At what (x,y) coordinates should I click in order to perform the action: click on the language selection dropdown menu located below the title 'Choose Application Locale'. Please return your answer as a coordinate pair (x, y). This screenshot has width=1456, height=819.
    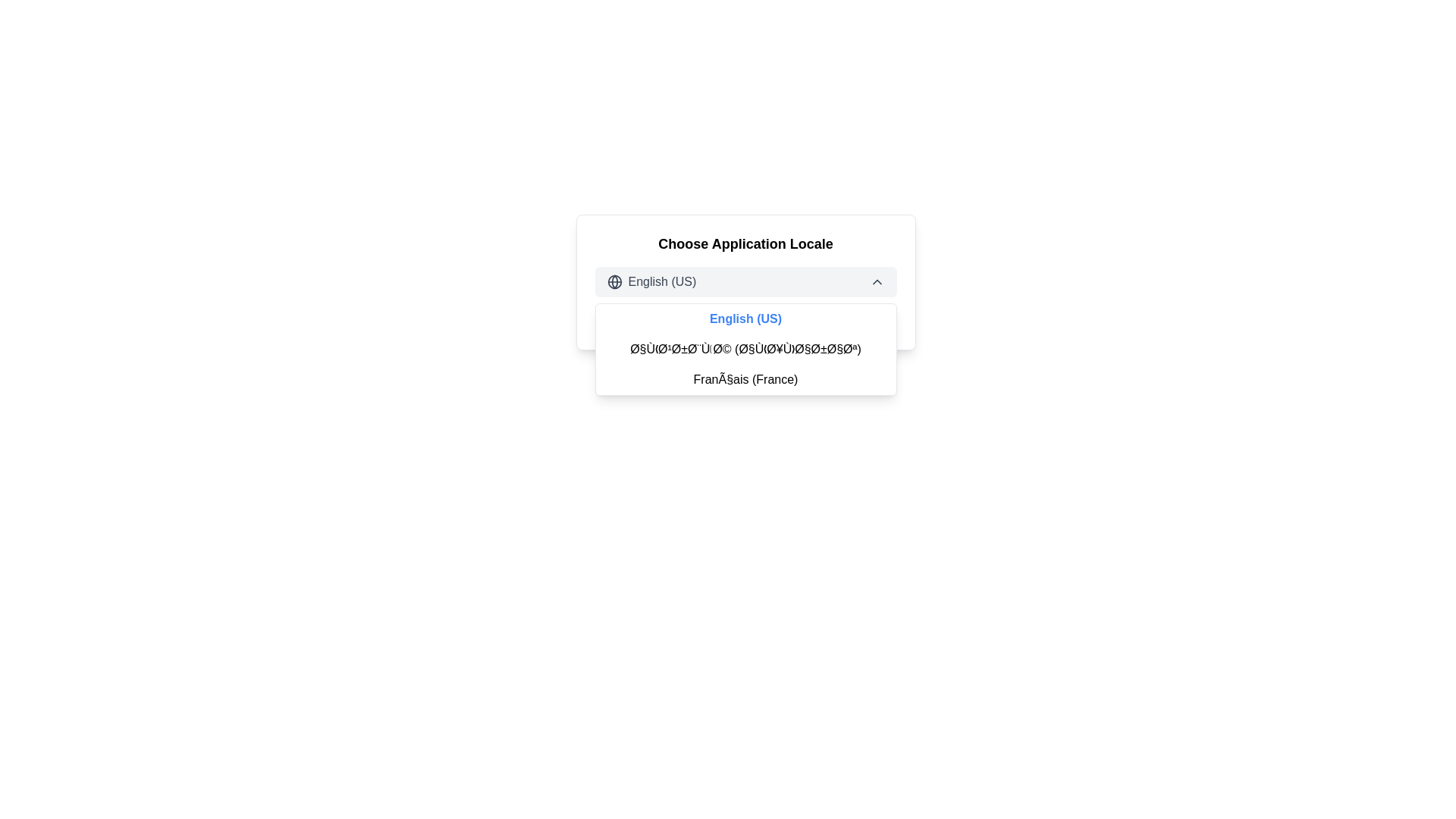
    Looking at the image, I should click on (745, 282).